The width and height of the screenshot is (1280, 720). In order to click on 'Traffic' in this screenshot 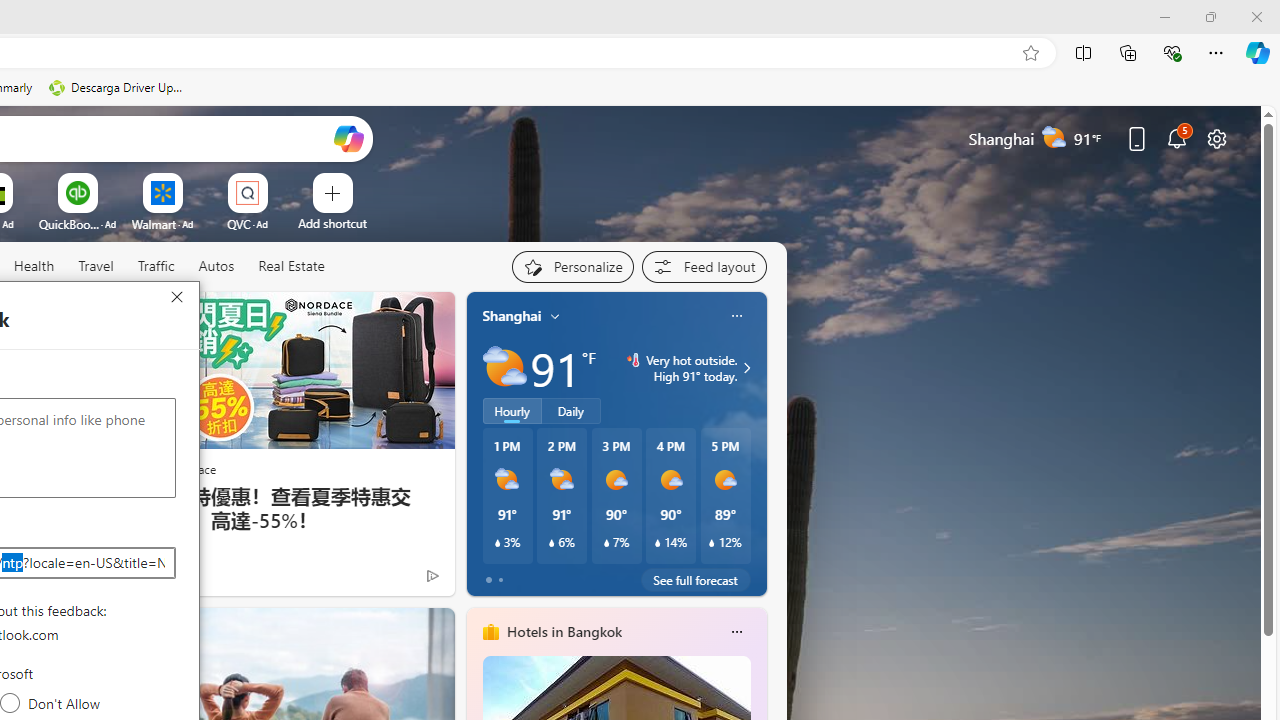, I will do `click(154, 265)`.